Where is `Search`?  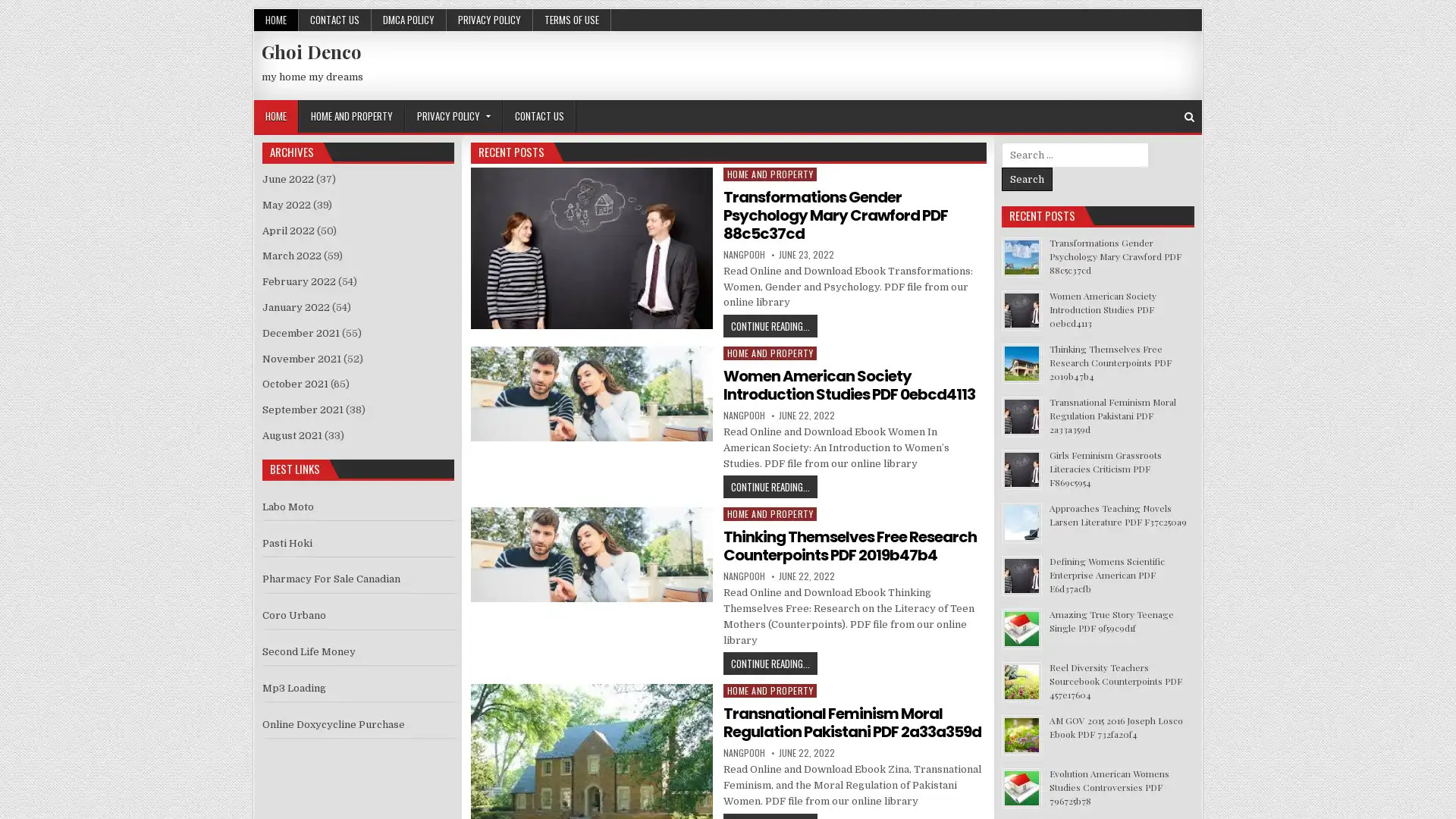 Search is located at coordinates (1027, 178).